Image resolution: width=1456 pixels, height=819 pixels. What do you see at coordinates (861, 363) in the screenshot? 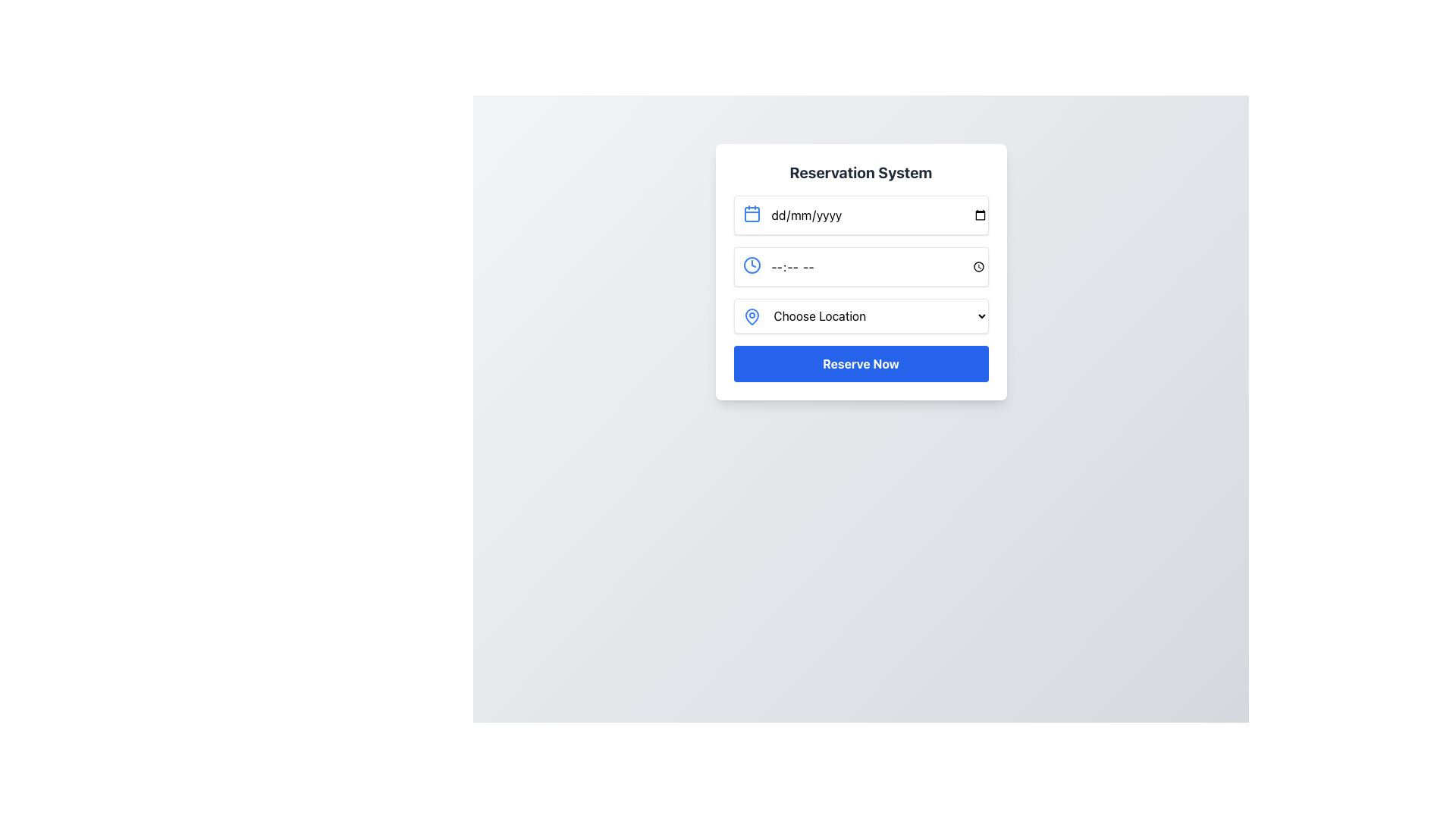
I see `the reservation finalization button` at bounding box center [861, 363].